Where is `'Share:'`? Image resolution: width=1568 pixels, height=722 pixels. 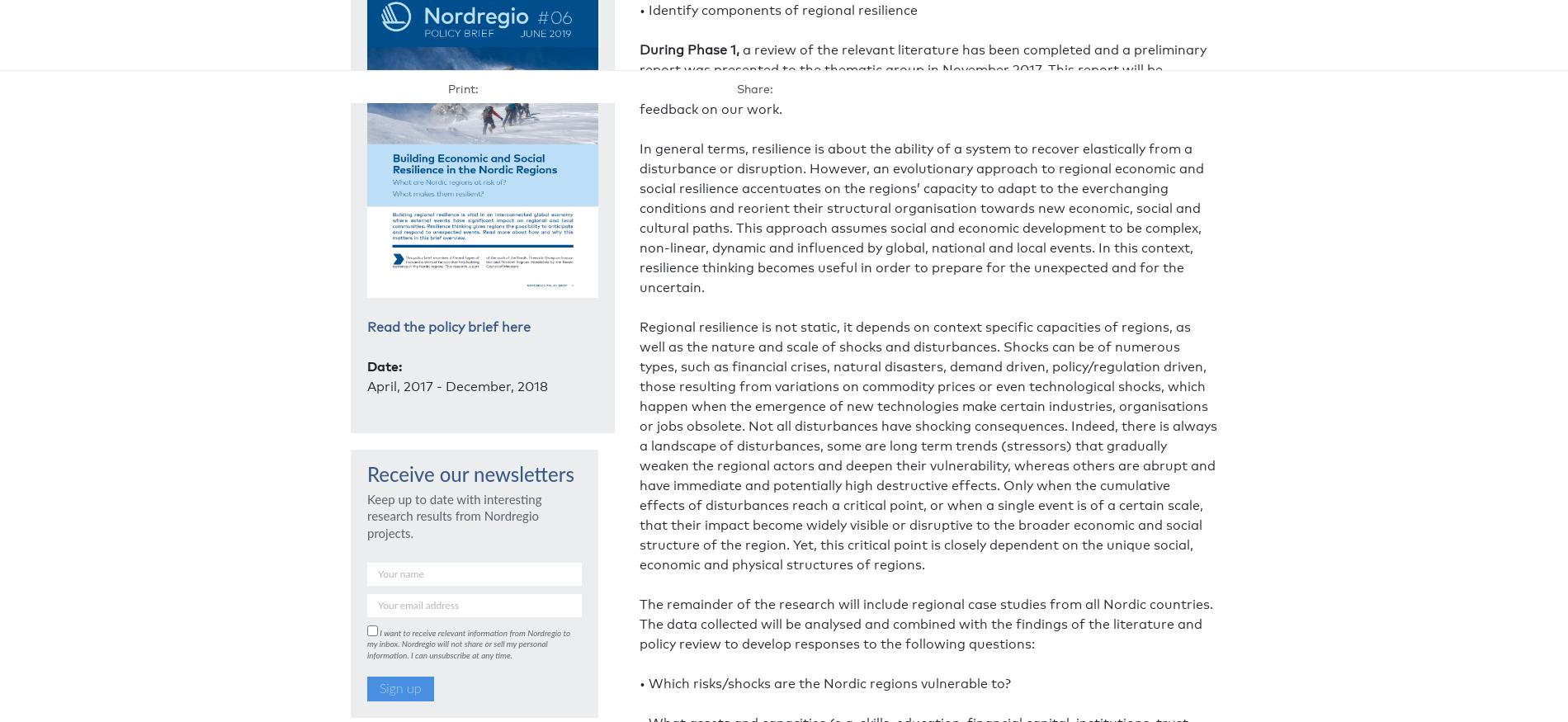
'Share:' is located at coordinates (753, 90).